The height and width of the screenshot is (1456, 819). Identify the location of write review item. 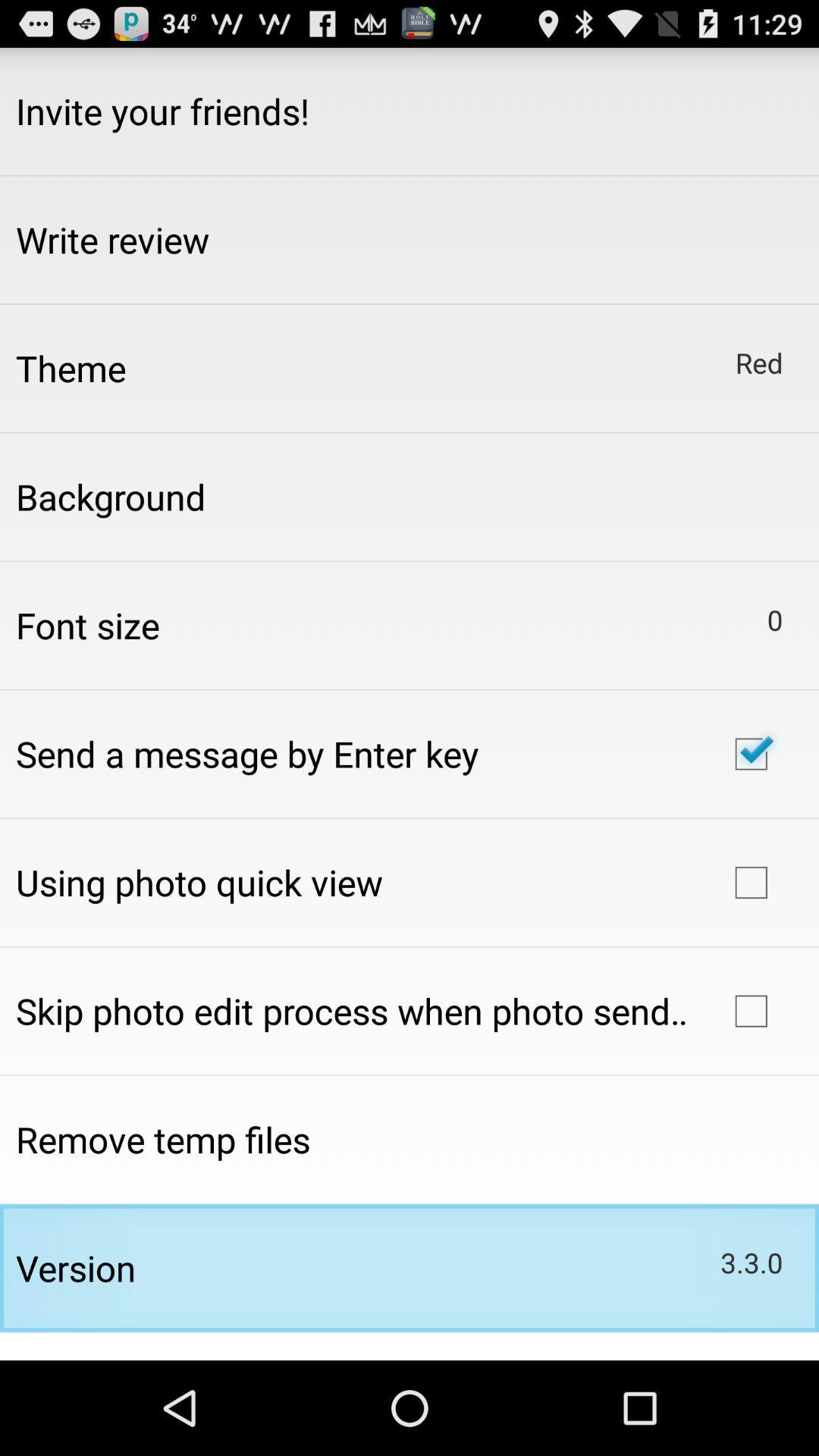
(111, 239).